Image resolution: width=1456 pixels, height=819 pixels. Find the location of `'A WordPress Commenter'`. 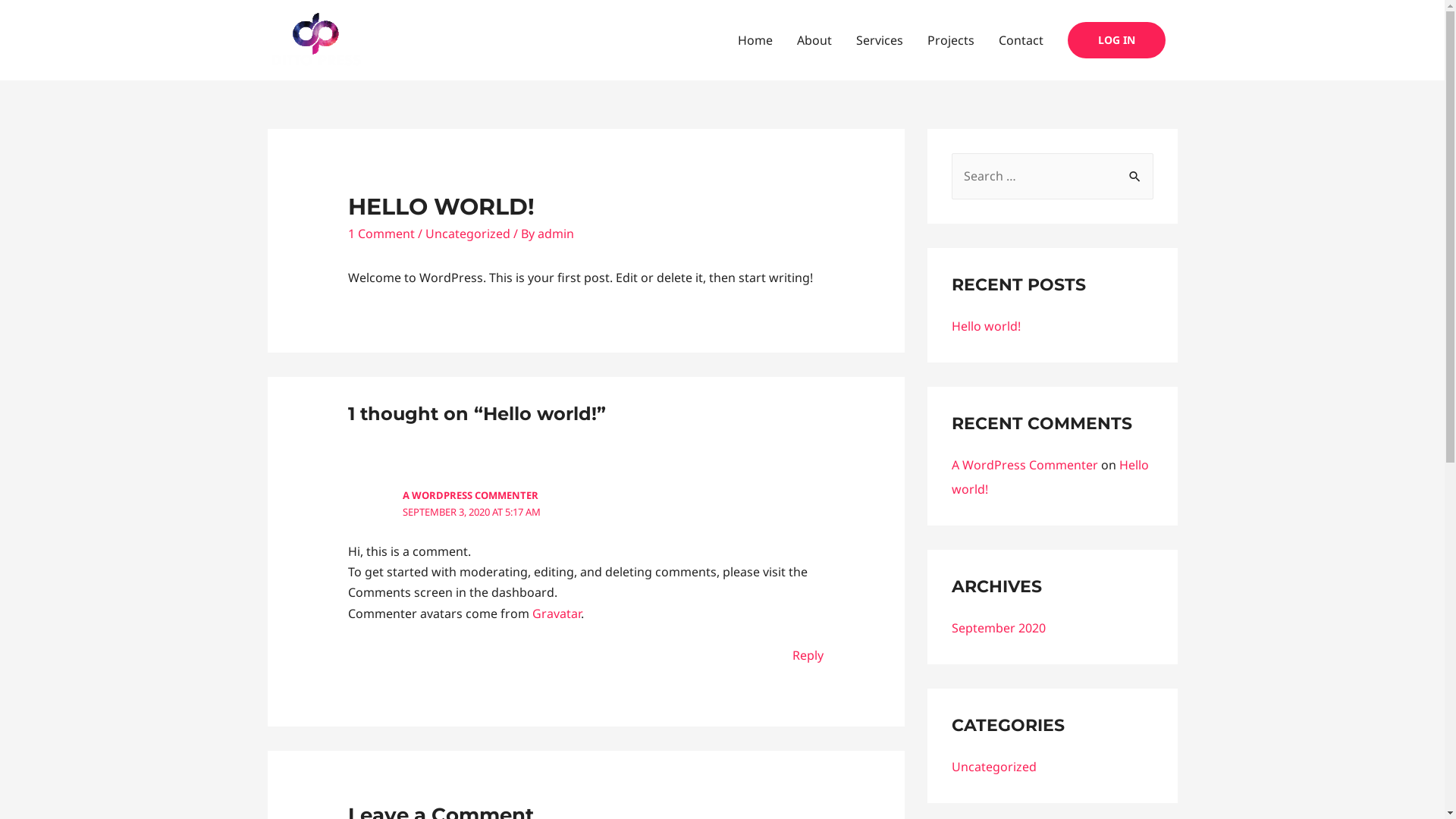

'A WordPress Commenter' is located at coordinates (949, 464).